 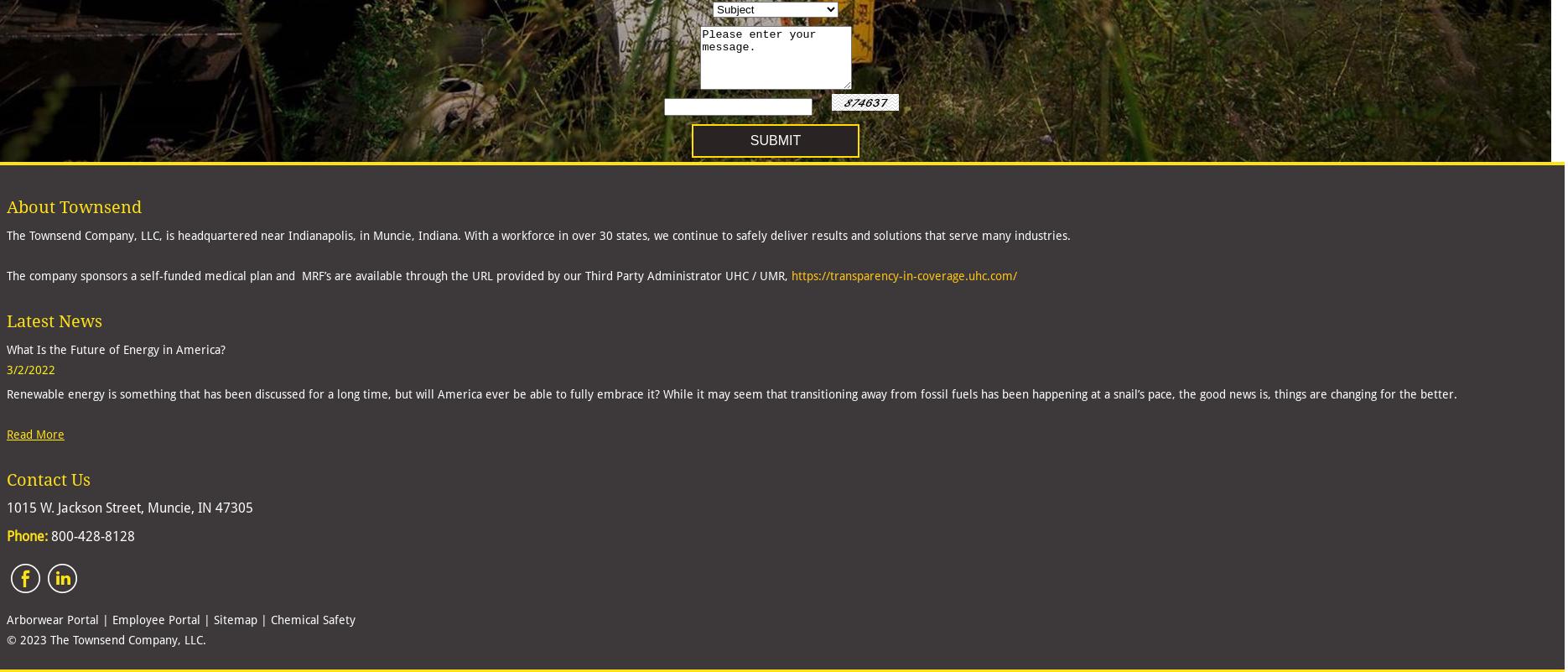 I want to click on 'The company sponsors a self-funded medical plan and  MRF’s are available through the URL provided by our Third Party Administrator', so click(x=366, y=275).